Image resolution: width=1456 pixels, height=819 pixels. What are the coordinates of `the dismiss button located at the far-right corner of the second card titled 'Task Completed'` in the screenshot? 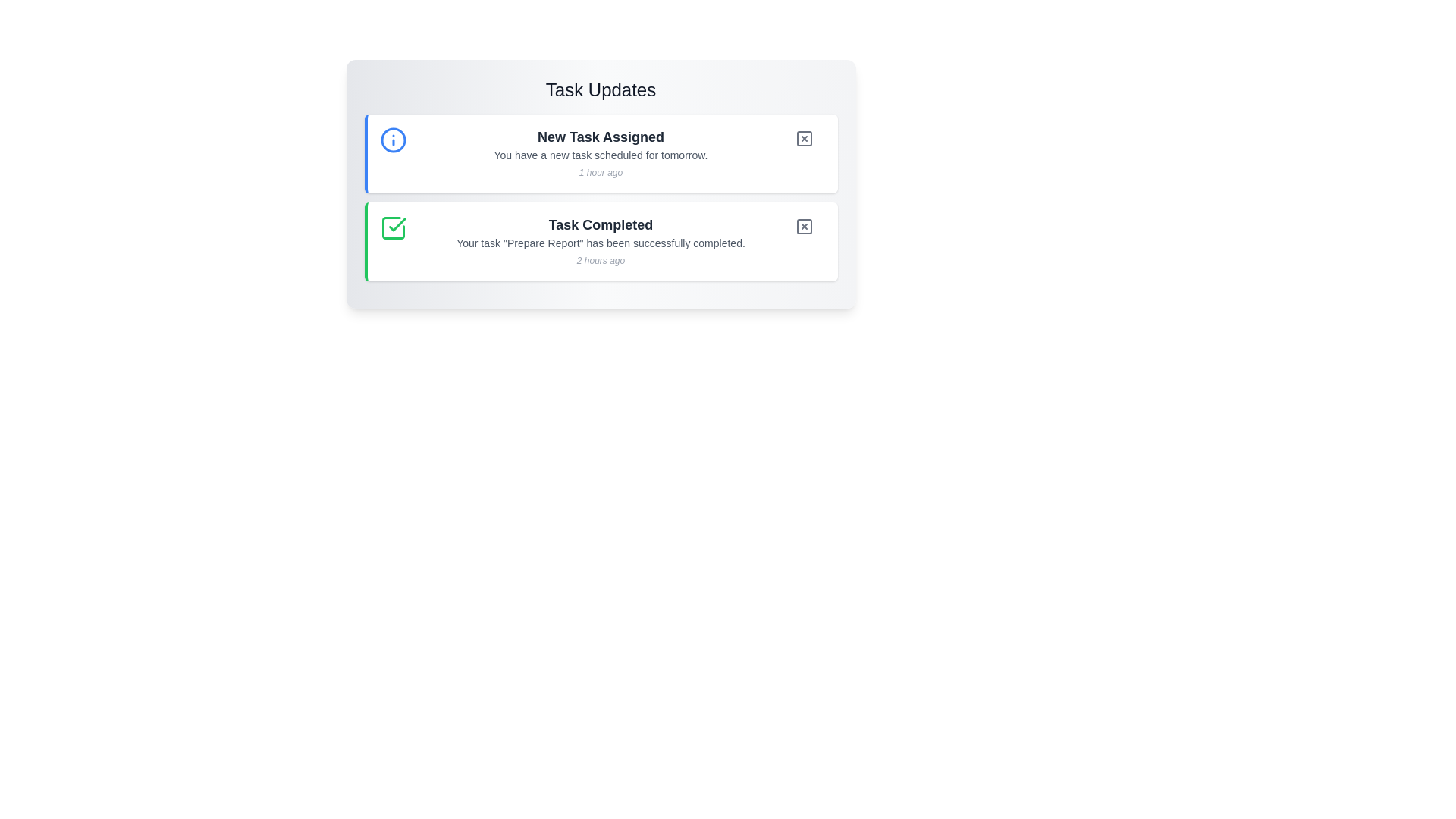 It's located at (803, 227).